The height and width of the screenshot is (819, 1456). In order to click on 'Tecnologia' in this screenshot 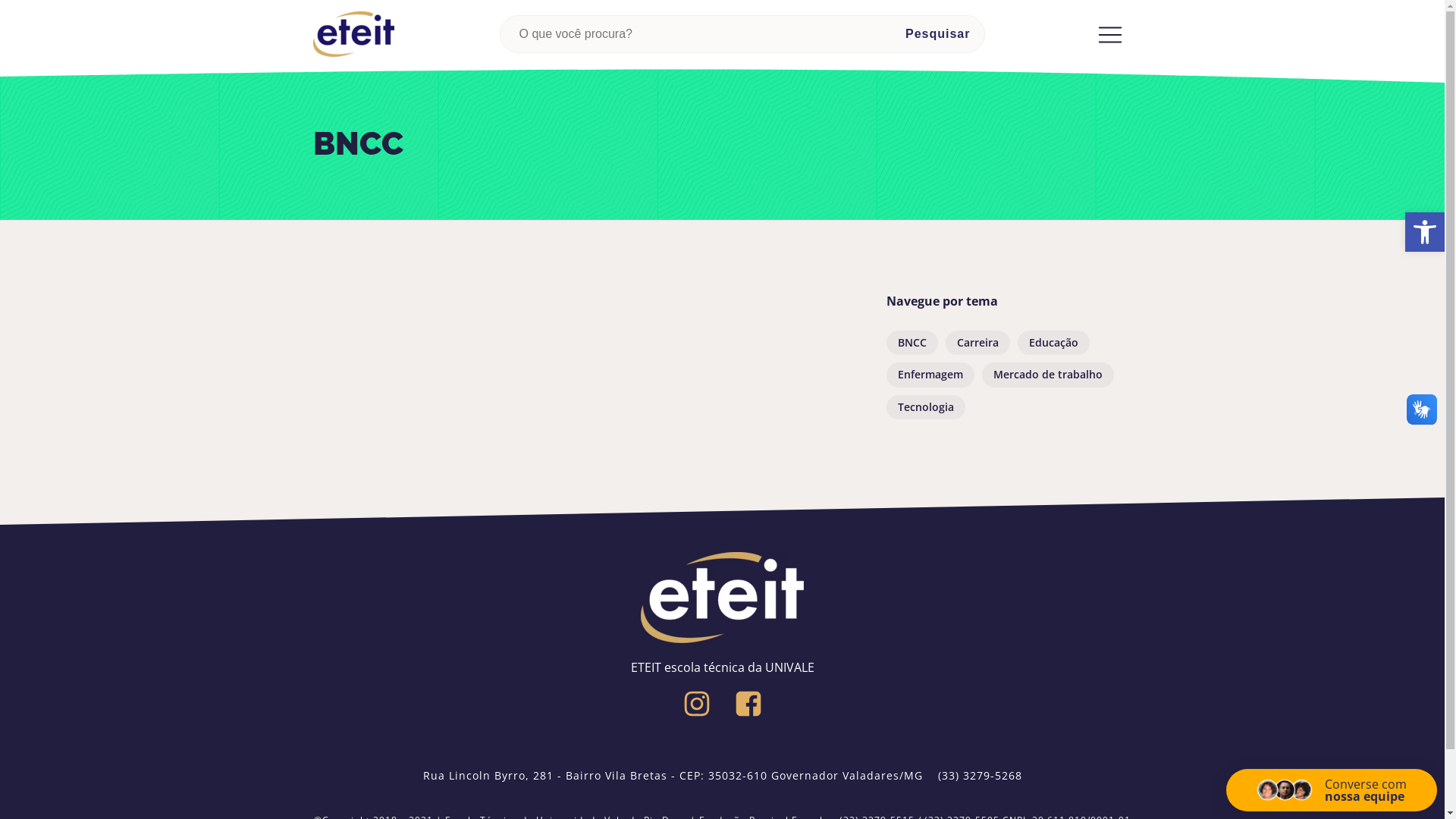, I will do `click(885, 406)`.